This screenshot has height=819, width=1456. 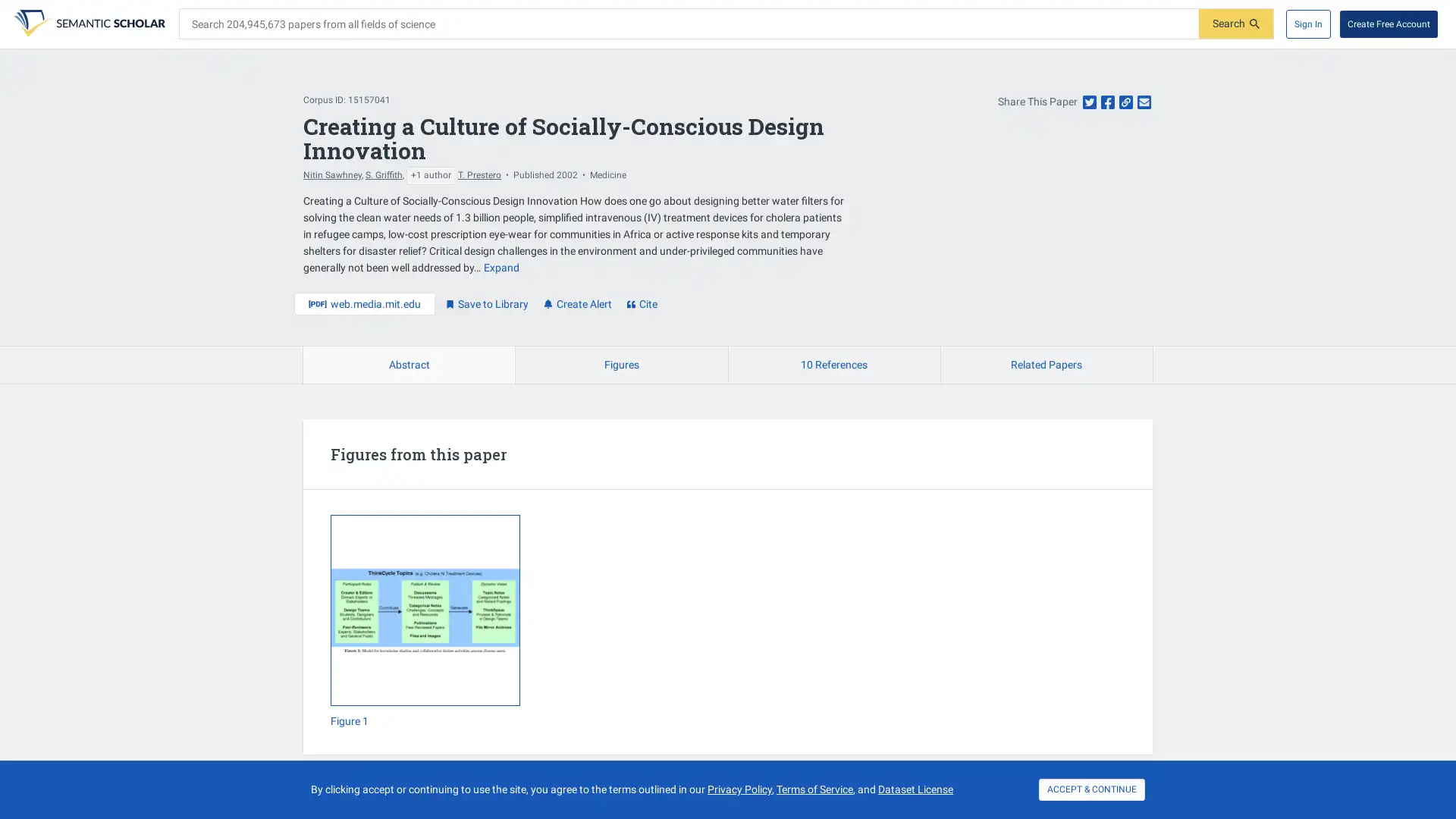 What do you see at coordinates (1092, 789) in the screenshot?
I see `ACCEPT & CONTINUE` at bounding box center [1092, 789].